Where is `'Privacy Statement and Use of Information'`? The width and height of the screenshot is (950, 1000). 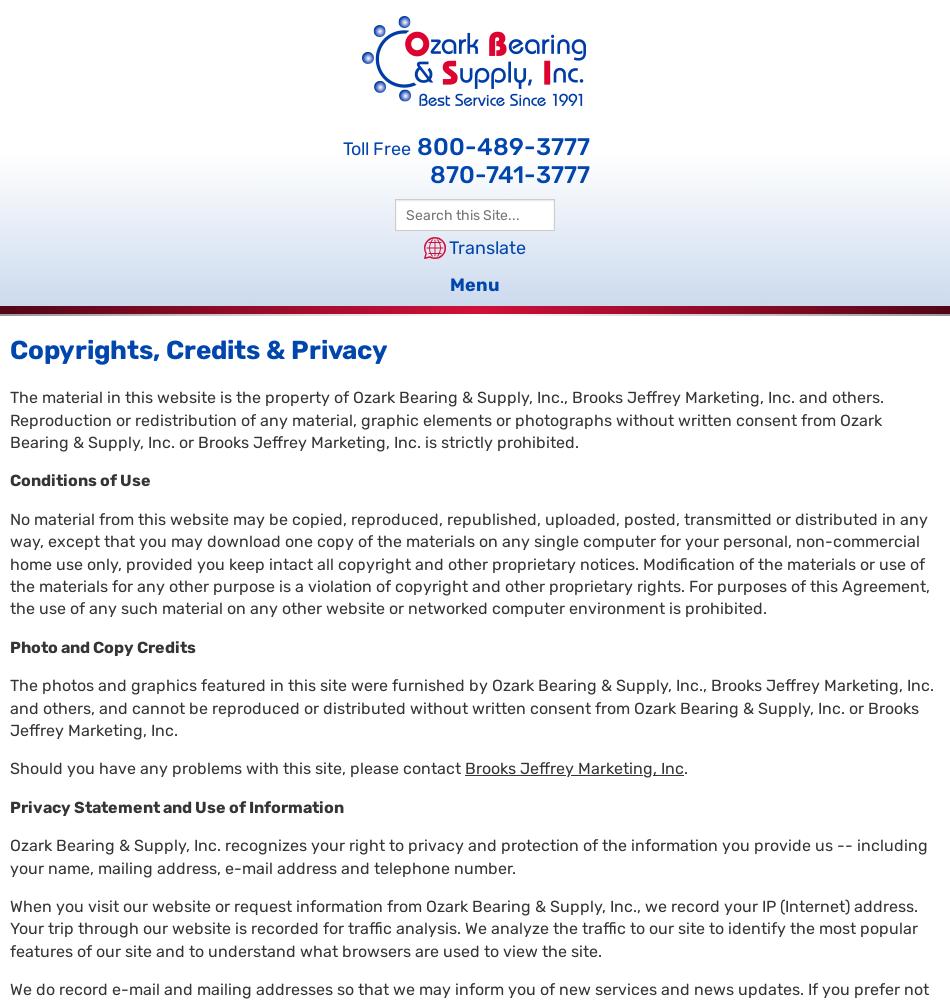
'Privacy Statement and Use of Information' is located at coordinates (176, 806).